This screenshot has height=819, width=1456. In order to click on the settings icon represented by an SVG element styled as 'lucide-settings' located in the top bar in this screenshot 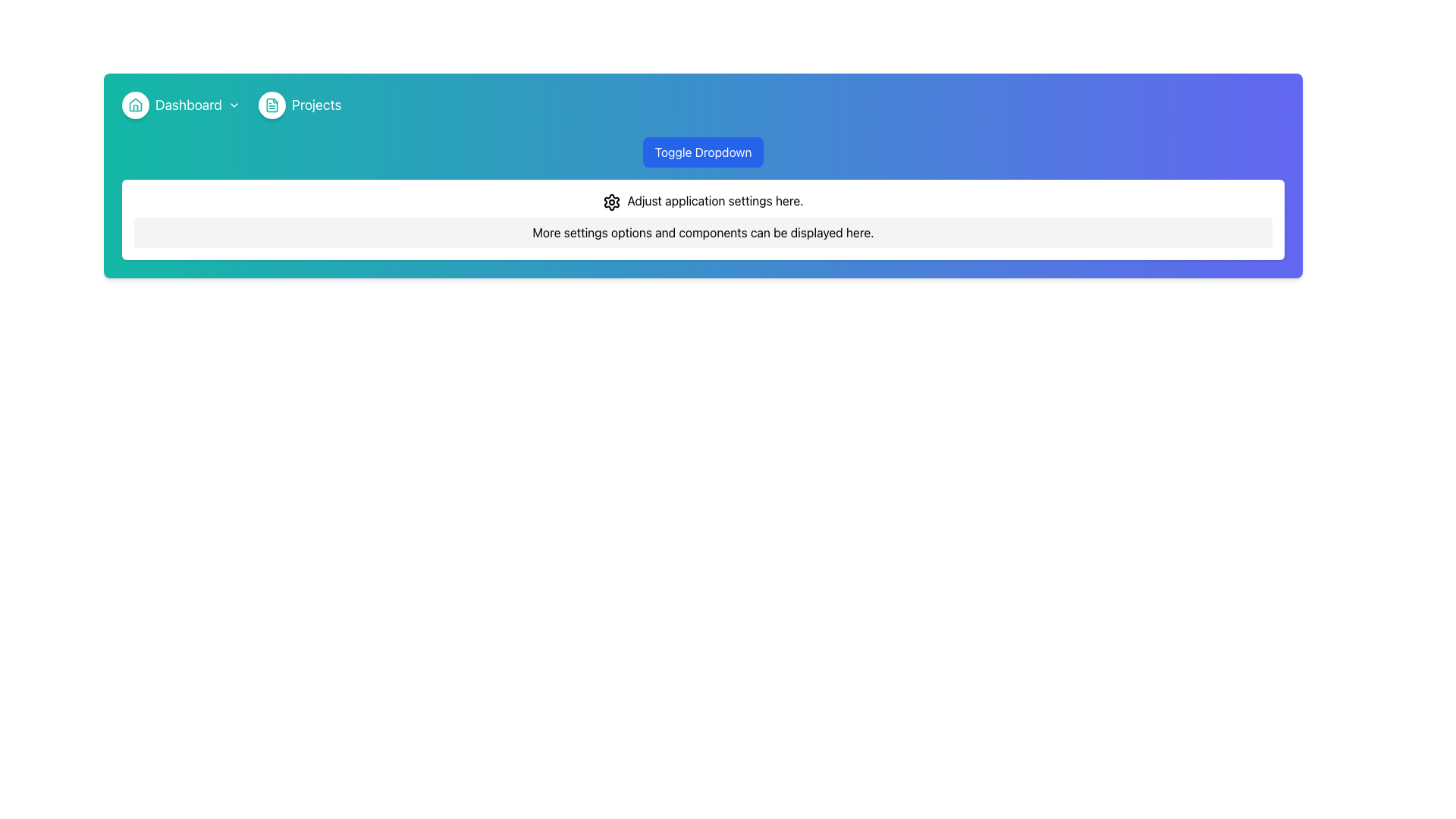, I will do `click(612, 201)`.